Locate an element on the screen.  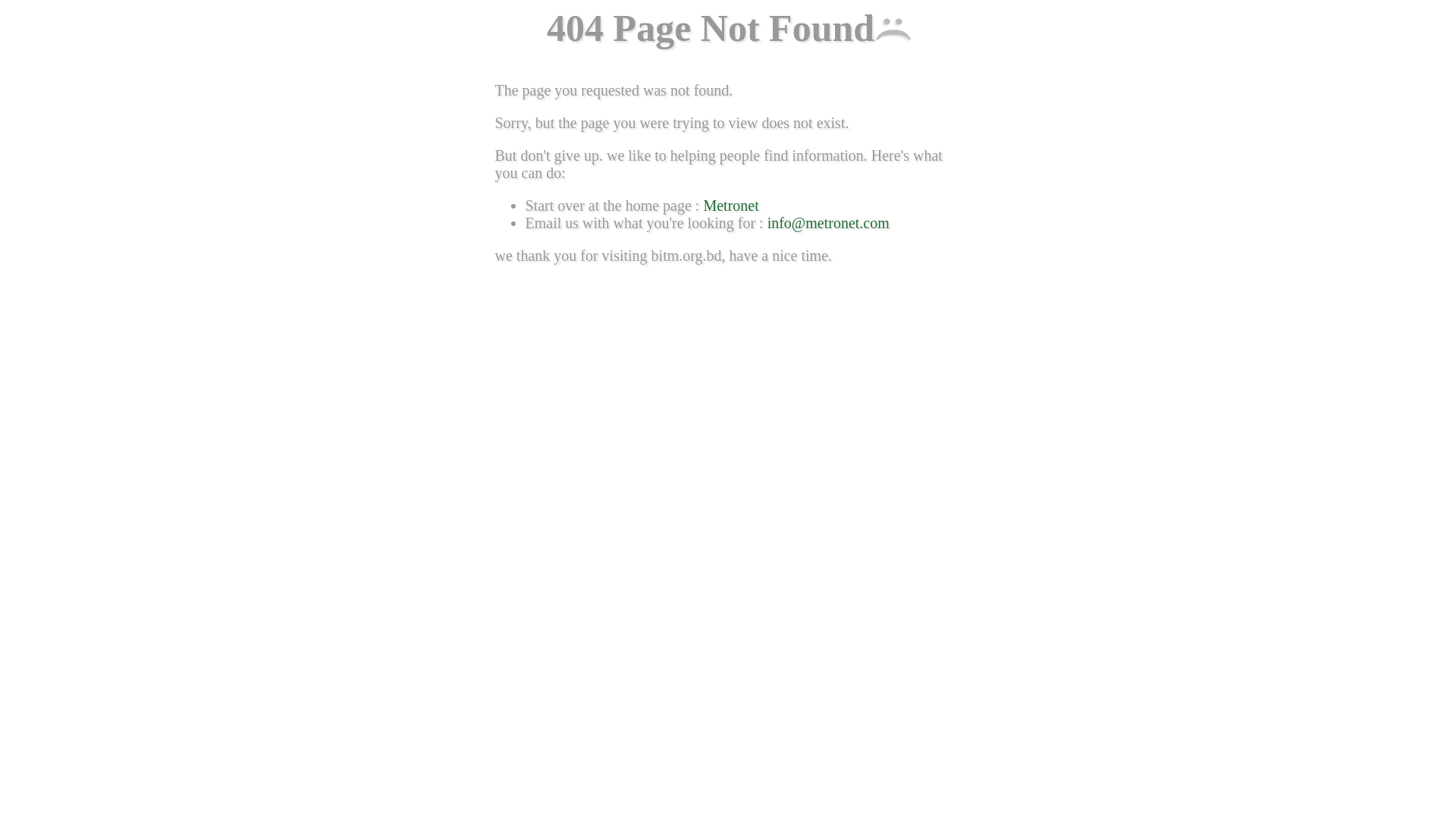
'info@metronet.com' is located at coordinates (827, 222).